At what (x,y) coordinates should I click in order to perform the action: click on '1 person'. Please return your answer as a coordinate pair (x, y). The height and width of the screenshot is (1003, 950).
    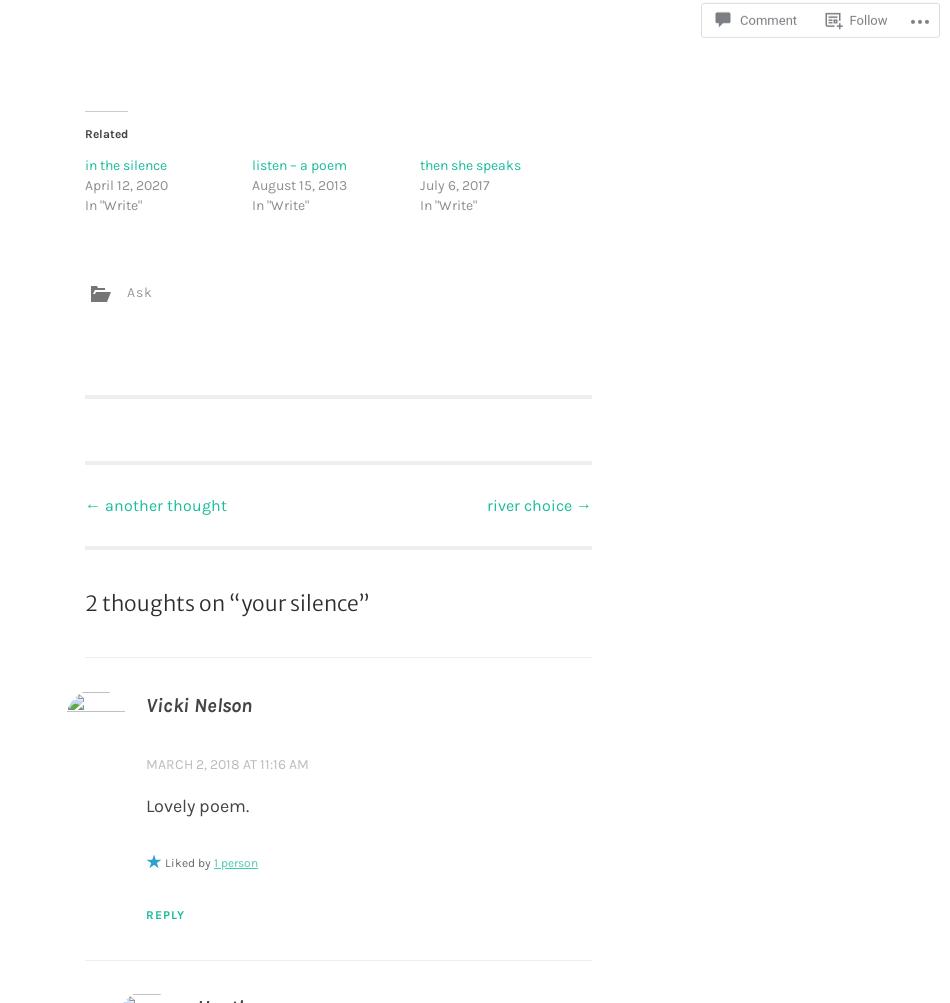
    Looking at the image, I should click on (214, 861).